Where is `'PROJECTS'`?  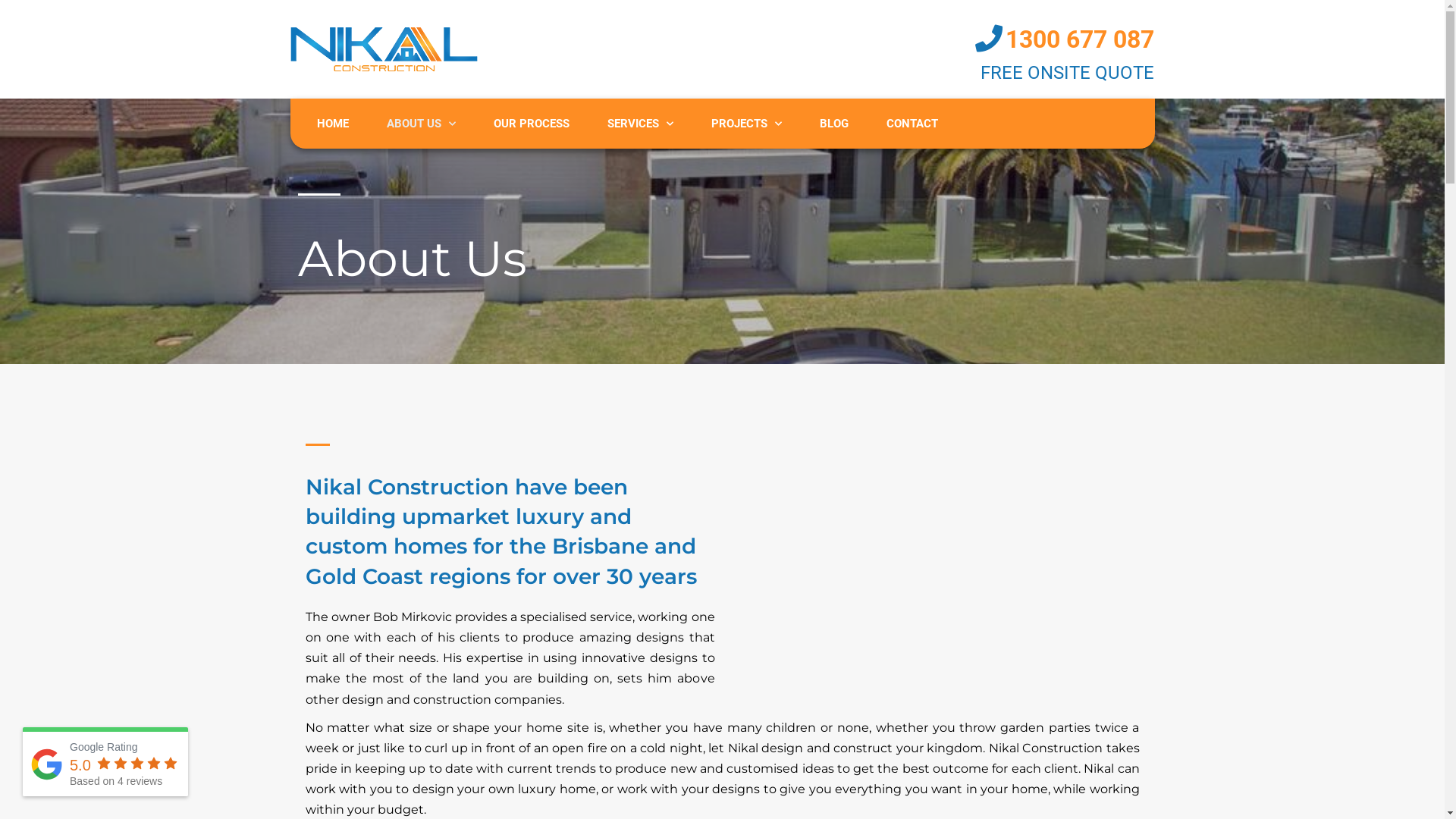 'PROJECTS' is located at coordinates (745, 122).